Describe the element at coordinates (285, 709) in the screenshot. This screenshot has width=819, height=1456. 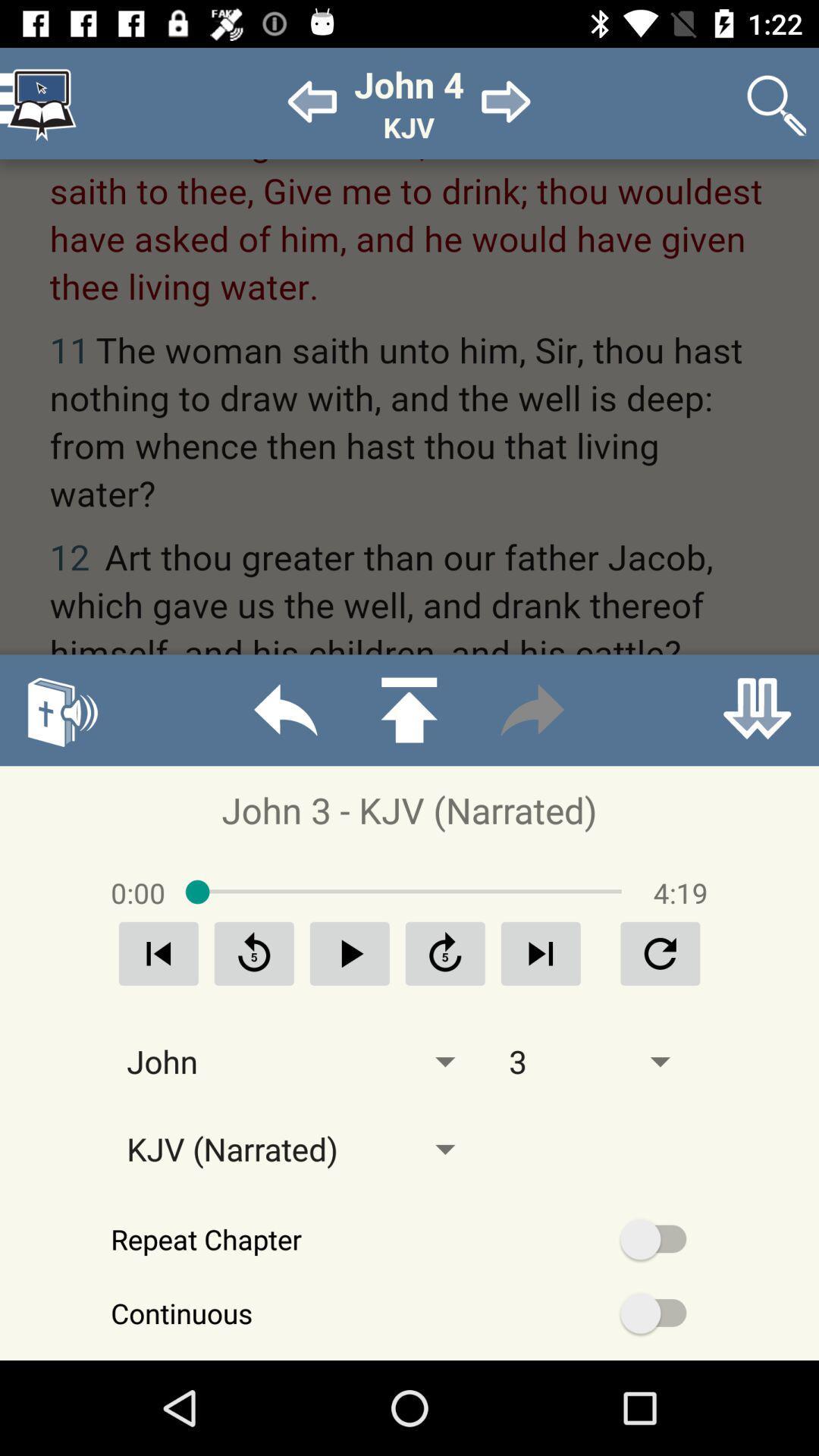
I see `the reply icon` at that location.